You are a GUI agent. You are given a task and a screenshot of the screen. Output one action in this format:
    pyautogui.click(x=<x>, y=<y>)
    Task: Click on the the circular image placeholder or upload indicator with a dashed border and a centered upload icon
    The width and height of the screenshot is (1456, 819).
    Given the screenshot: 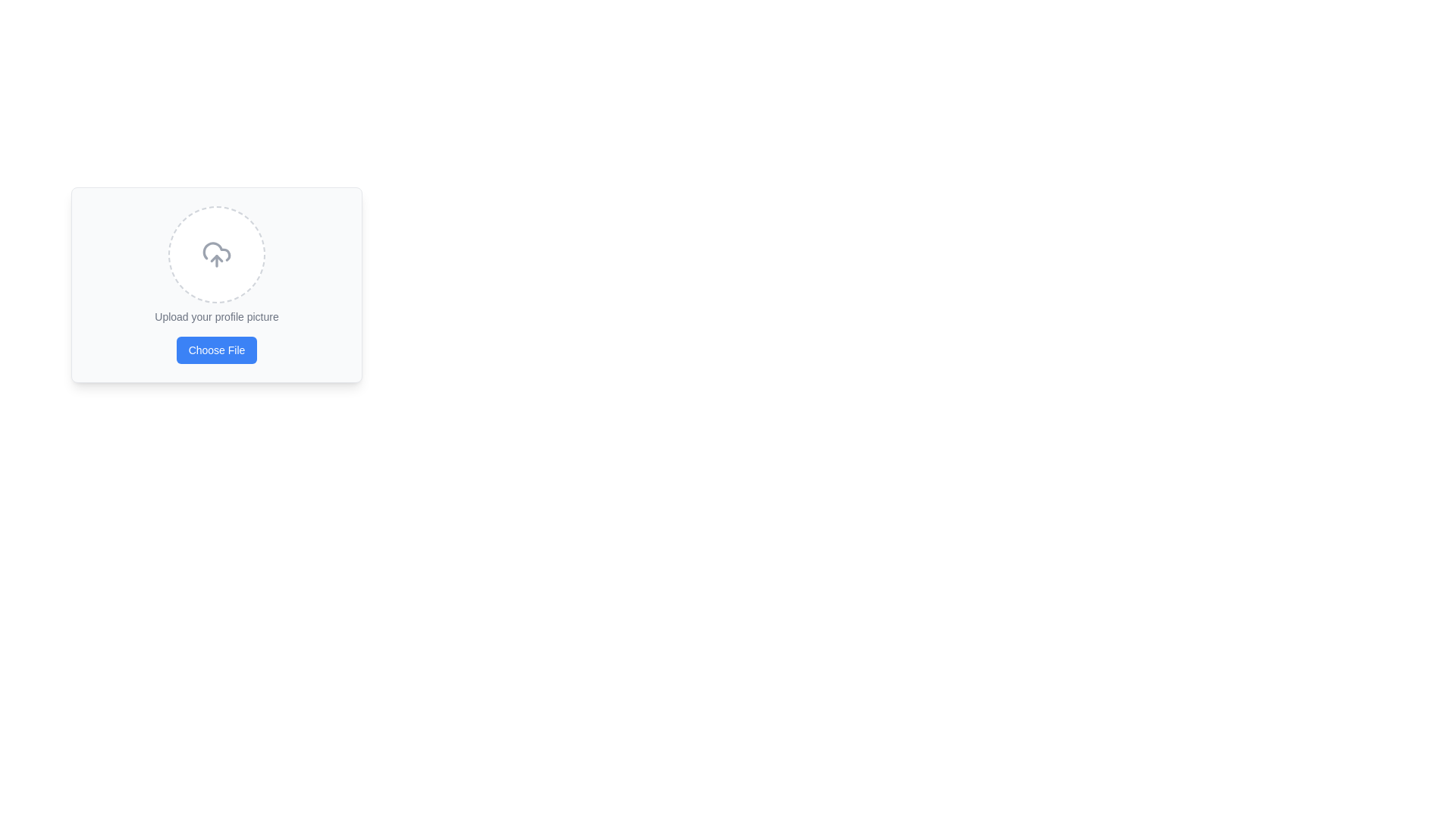 What is the action you would take?
    pyautogui.click(x=215, y=253)
    